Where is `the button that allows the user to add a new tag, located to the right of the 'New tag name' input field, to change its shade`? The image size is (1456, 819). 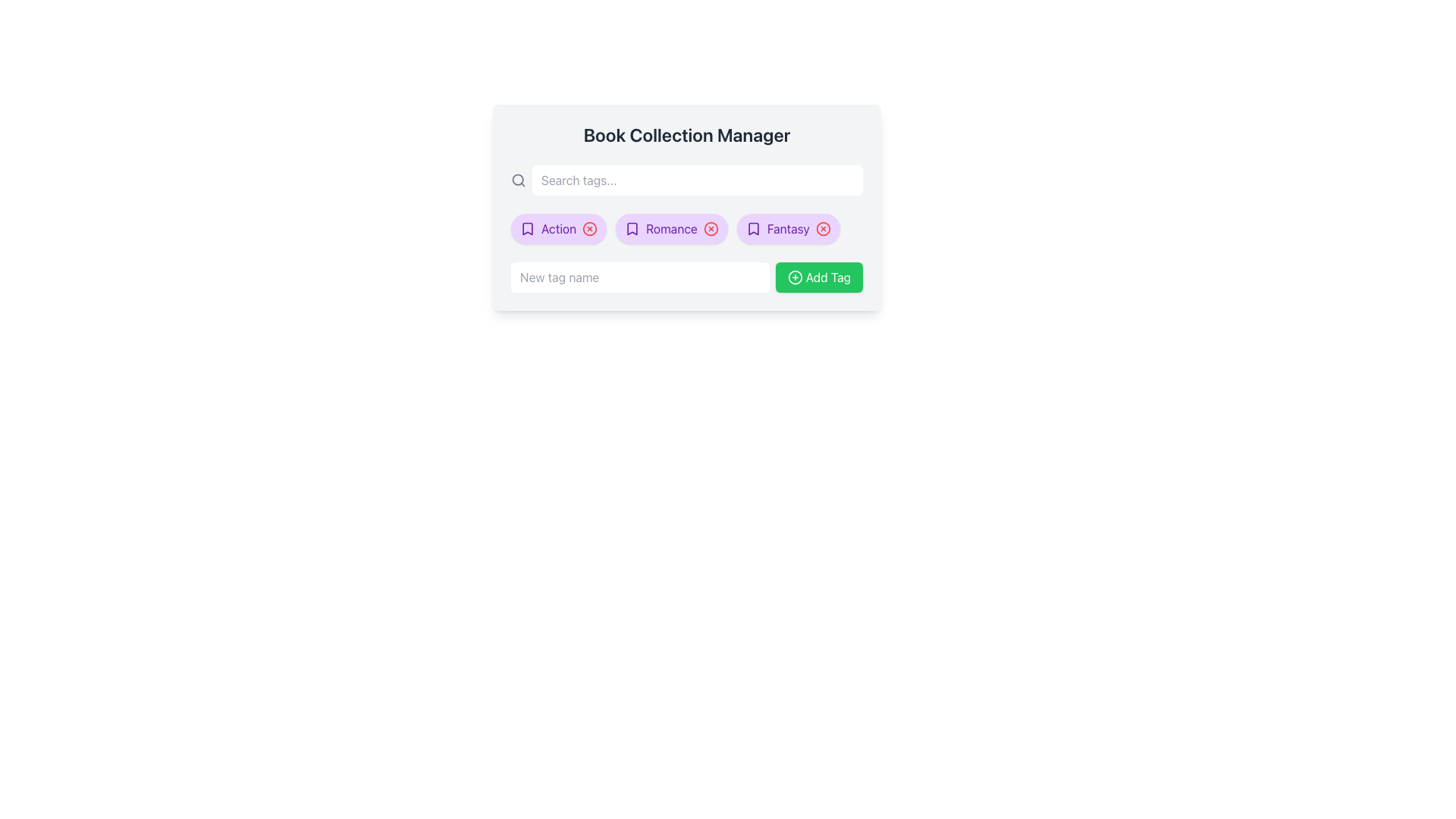
the button that allows the user to add a new tag, located to the right of the 'New tag name' input field, to change its shade is located at coordinates (818, 278).